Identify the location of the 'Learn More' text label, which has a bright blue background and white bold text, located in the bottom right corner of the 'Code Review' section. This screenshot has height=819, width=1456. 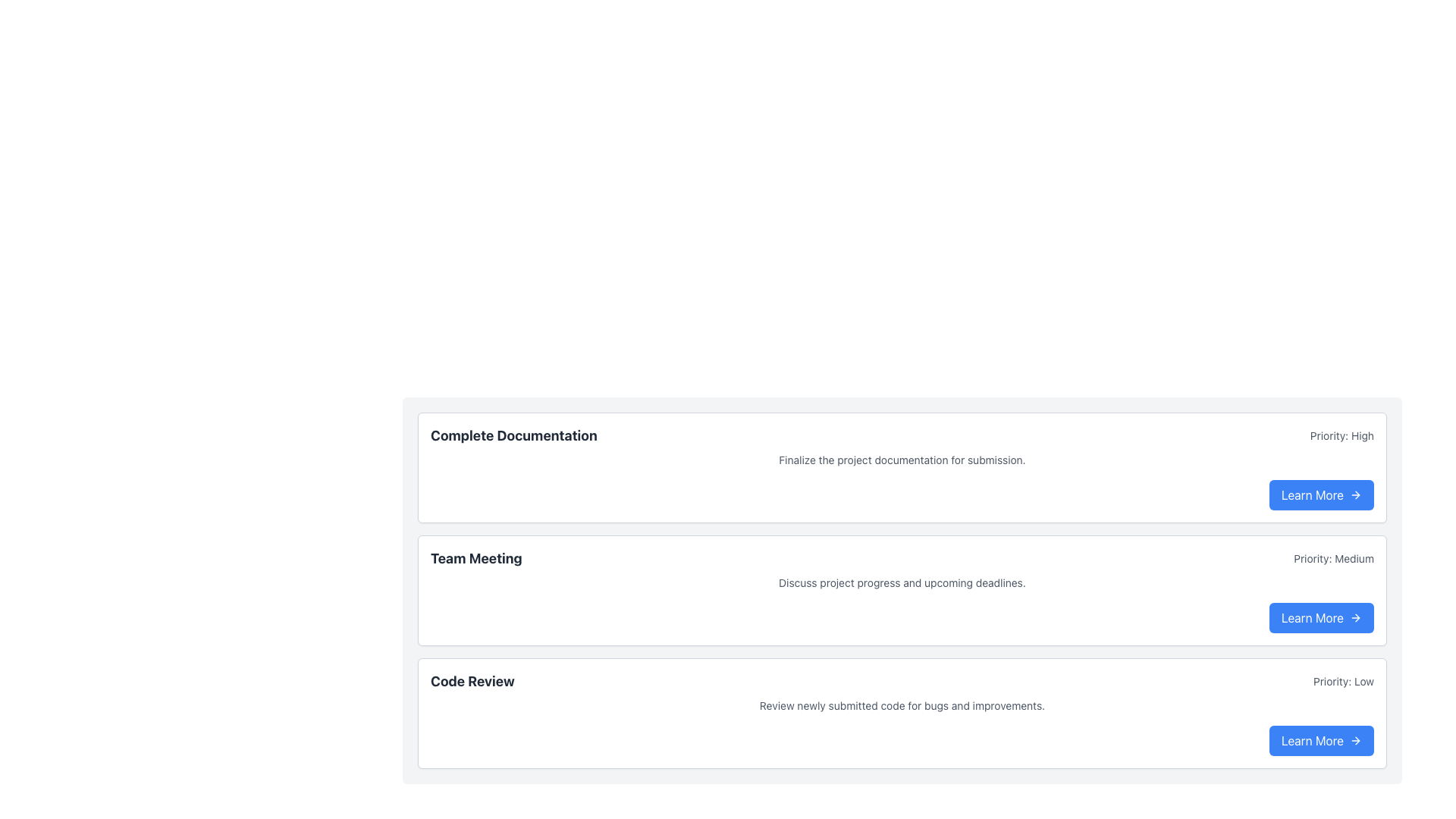
(1310, 739).